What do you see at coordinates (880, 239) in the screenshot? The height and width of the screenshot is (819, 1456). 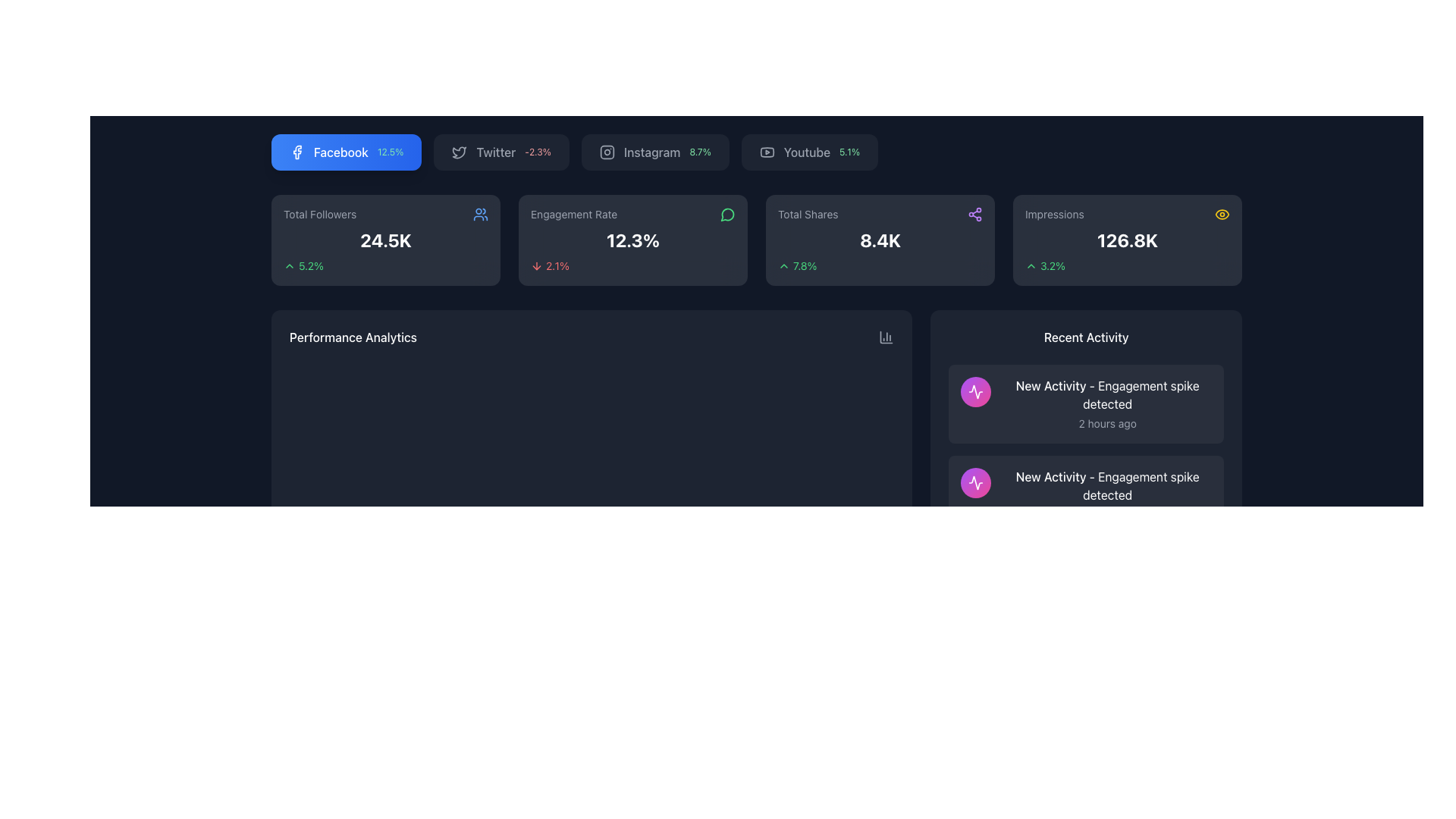 I see `the text displaying '8.4K' in the Total Shares card, which is styled in white and positioned below the title 'Total Shares'` at bounding box center [880, 239].